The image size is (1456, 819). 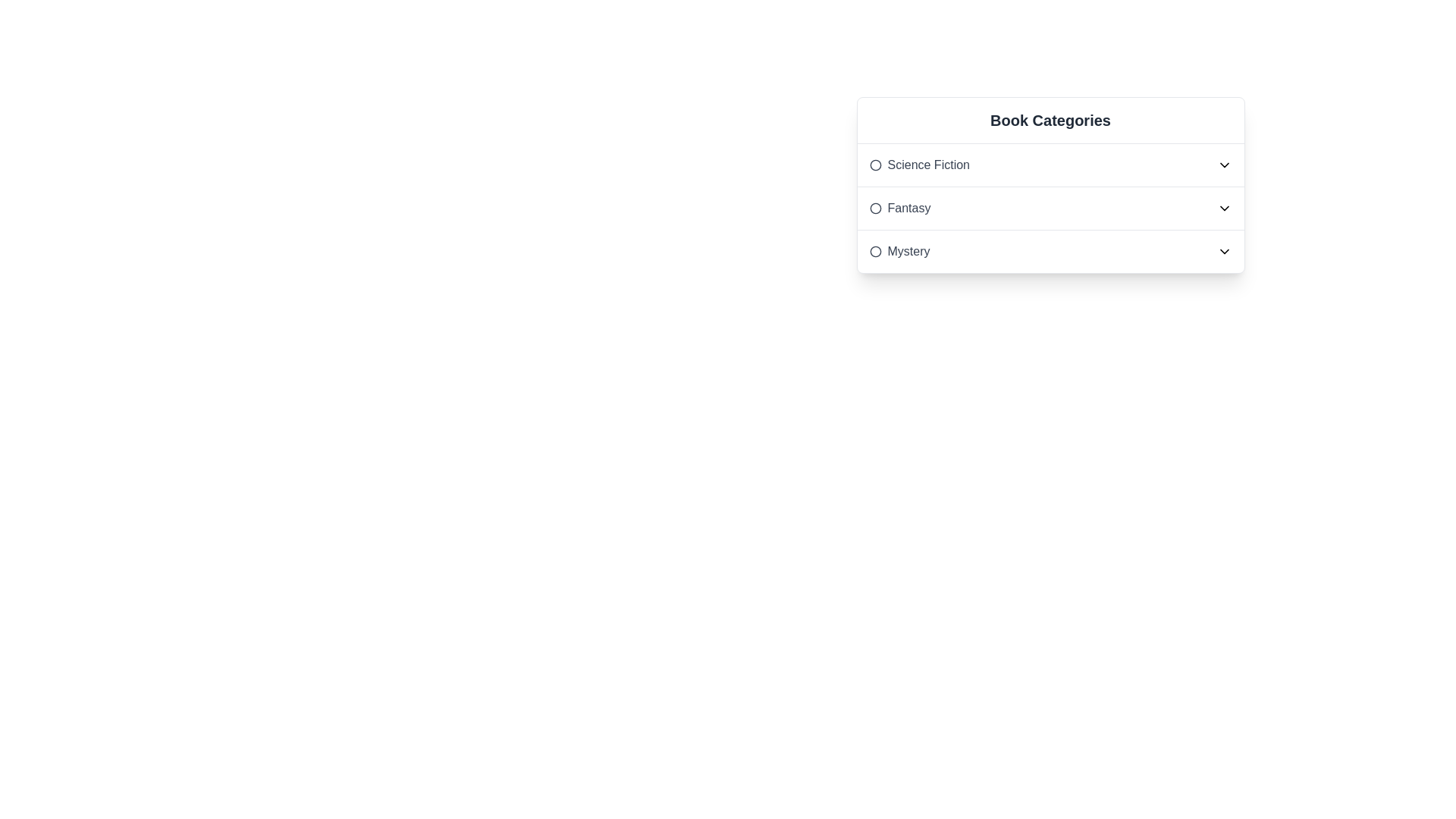 I want to click on the dropdown arrow of the 'Science Fiction' category item, so click(x=1050, y=165).